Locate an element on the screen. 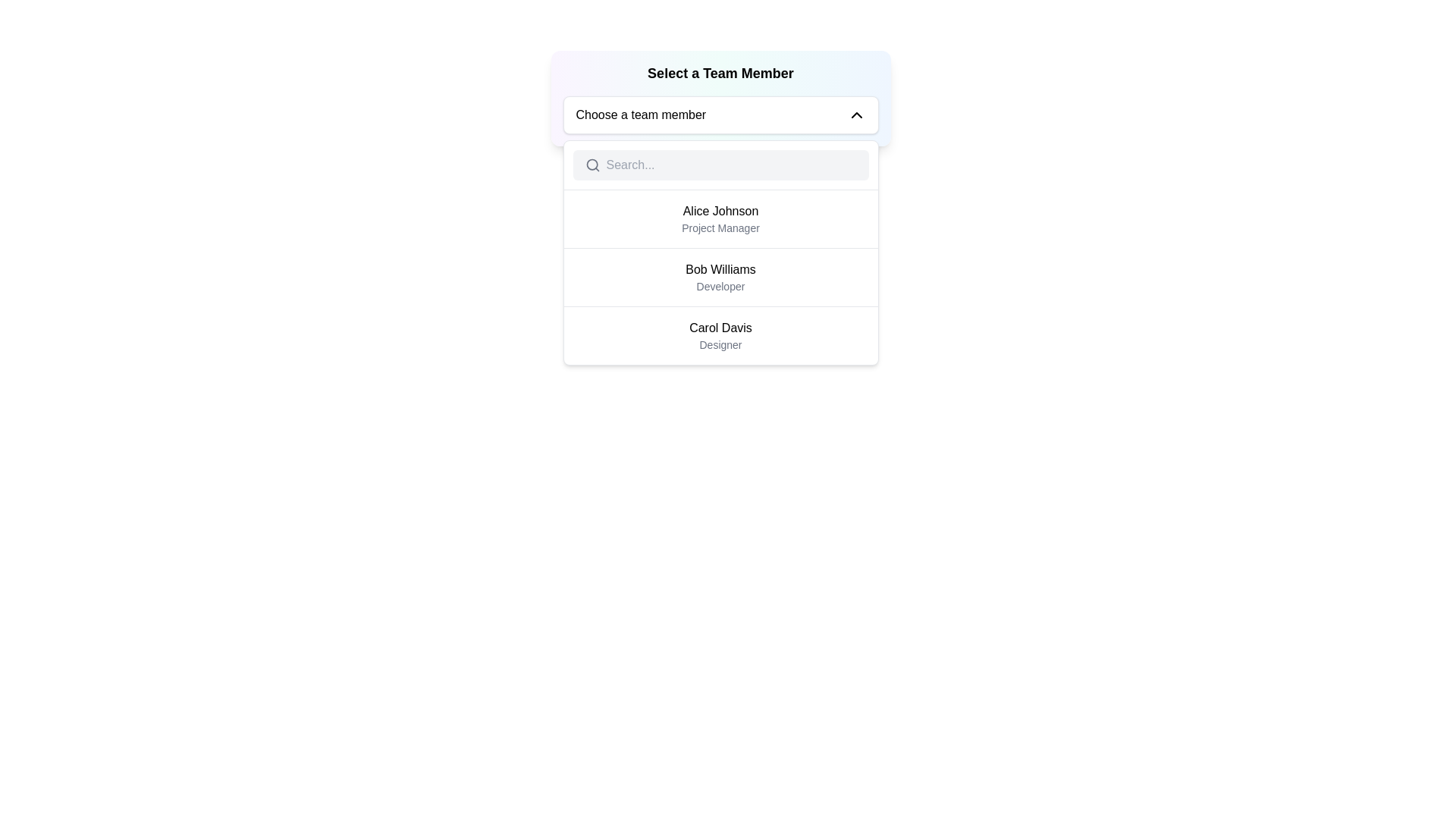  the input field of the Search box located directly below the dropdown selection section to focus on it is located at coordinates (720, 165).